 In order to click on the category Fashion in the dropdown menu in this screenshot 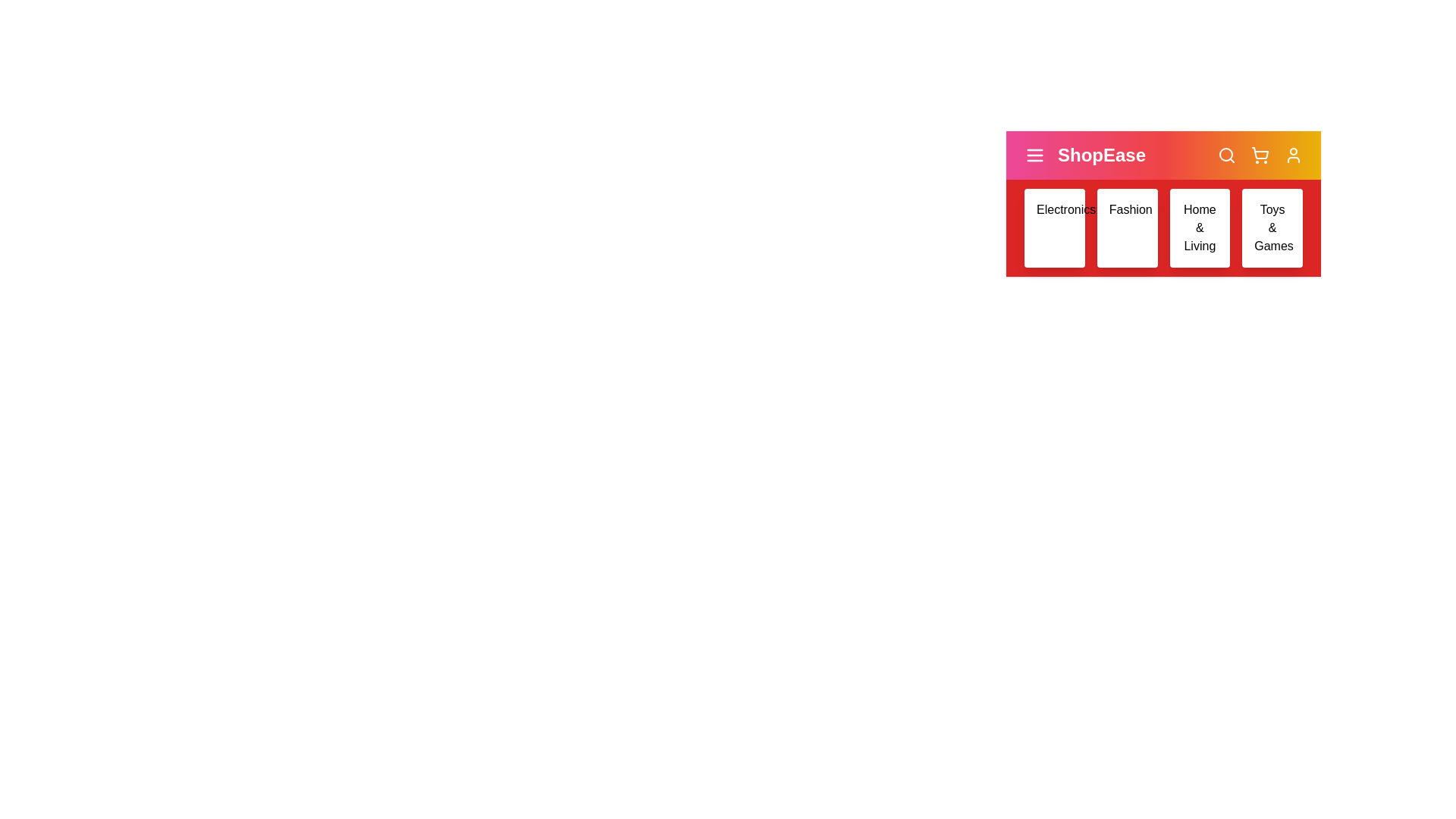, I will do `click(1127, 227)`.